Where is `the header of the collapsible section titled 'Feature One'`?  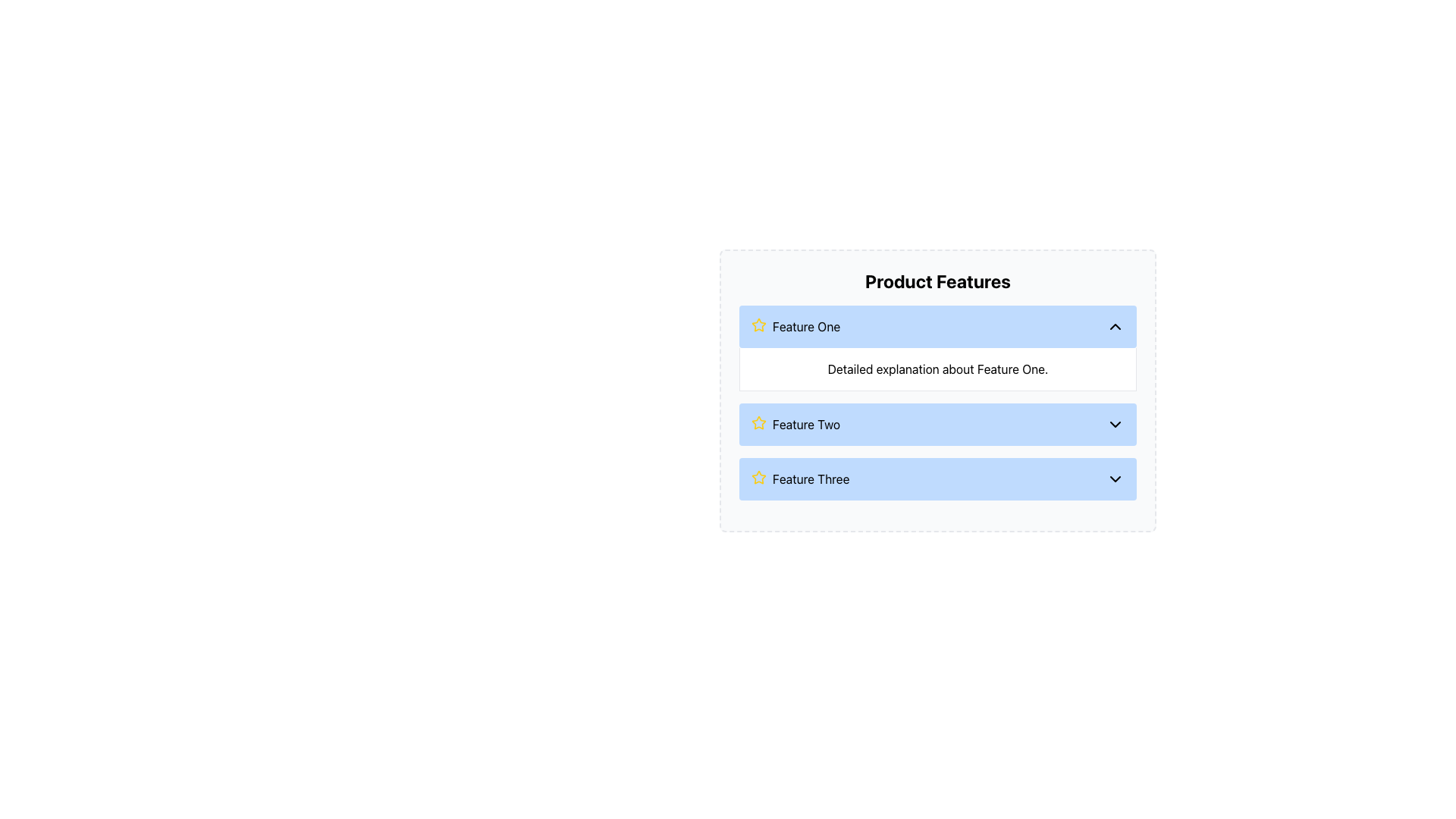
the header of the collapsible section titled 'Feature One' is located at coordinates (937, 348).